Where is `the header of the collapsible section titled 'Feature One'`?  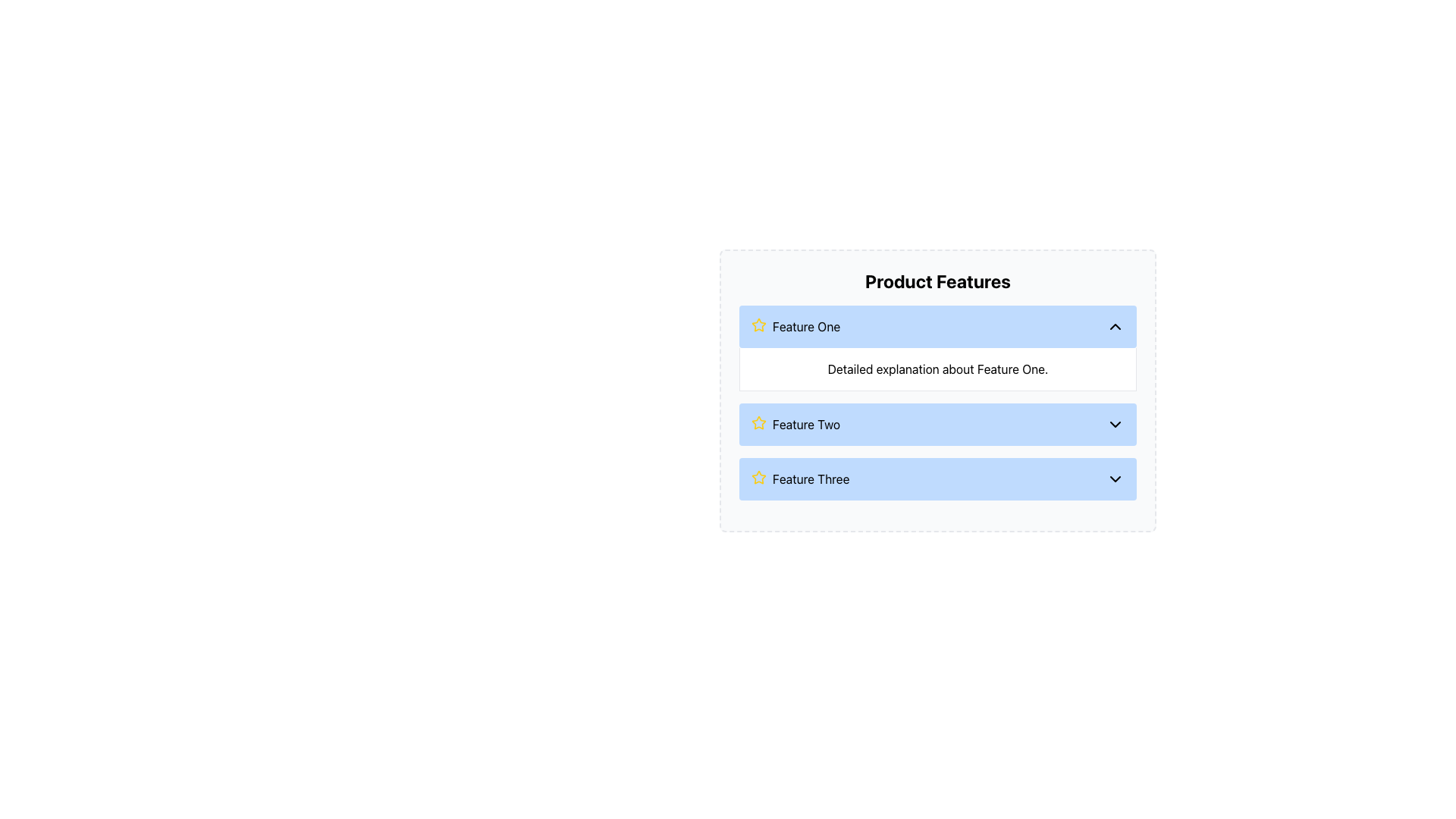
the header of the collapsible section titled 'Feature One' is located at coordinates (937, 348).